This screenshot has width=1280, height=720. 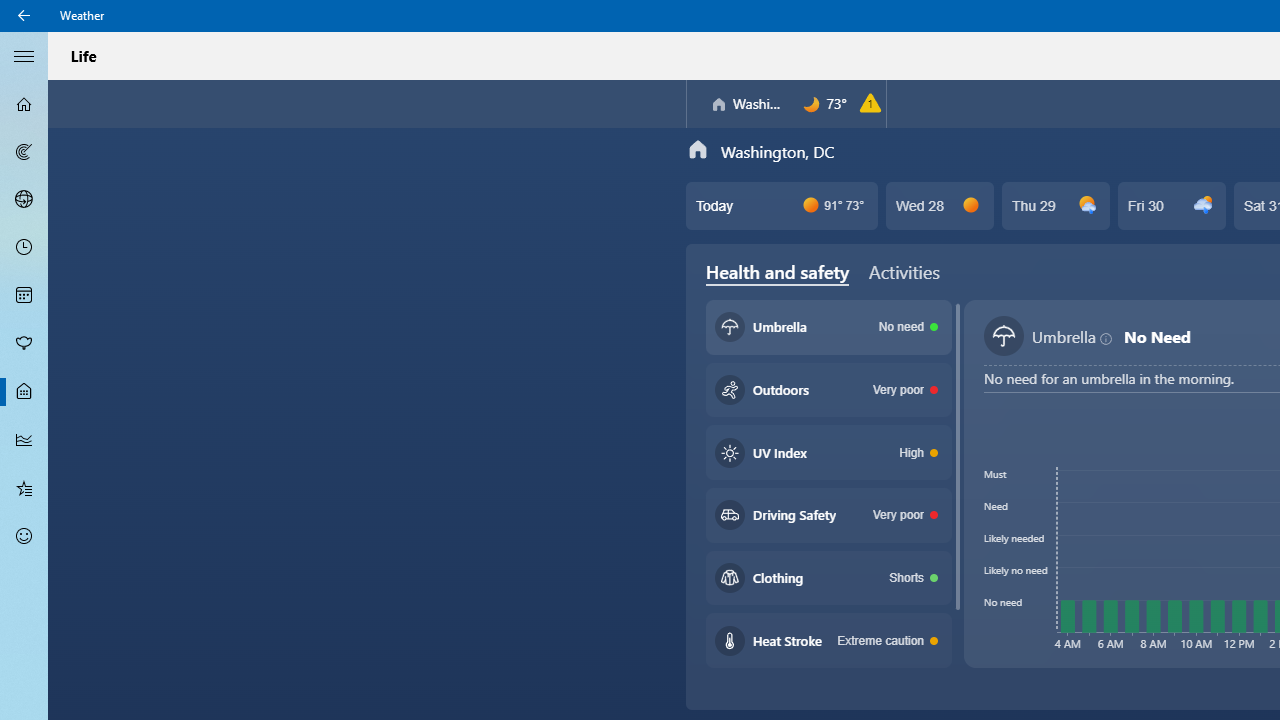 I want to click on 'Favorites - Not Selected', so click(x=24, y=487).